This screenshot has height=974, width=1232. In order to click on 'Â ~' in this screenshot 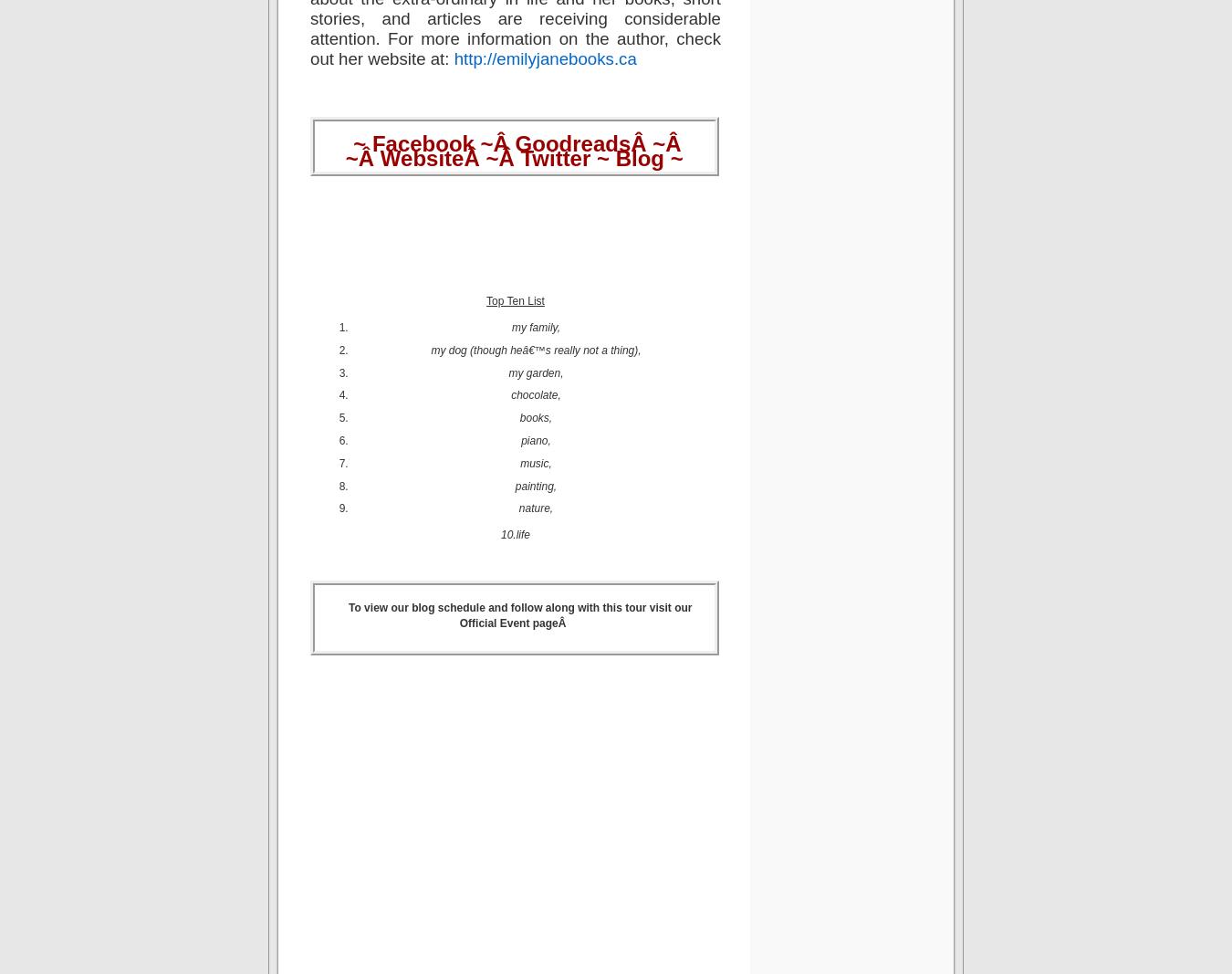, I will do `click(646, 141)`.